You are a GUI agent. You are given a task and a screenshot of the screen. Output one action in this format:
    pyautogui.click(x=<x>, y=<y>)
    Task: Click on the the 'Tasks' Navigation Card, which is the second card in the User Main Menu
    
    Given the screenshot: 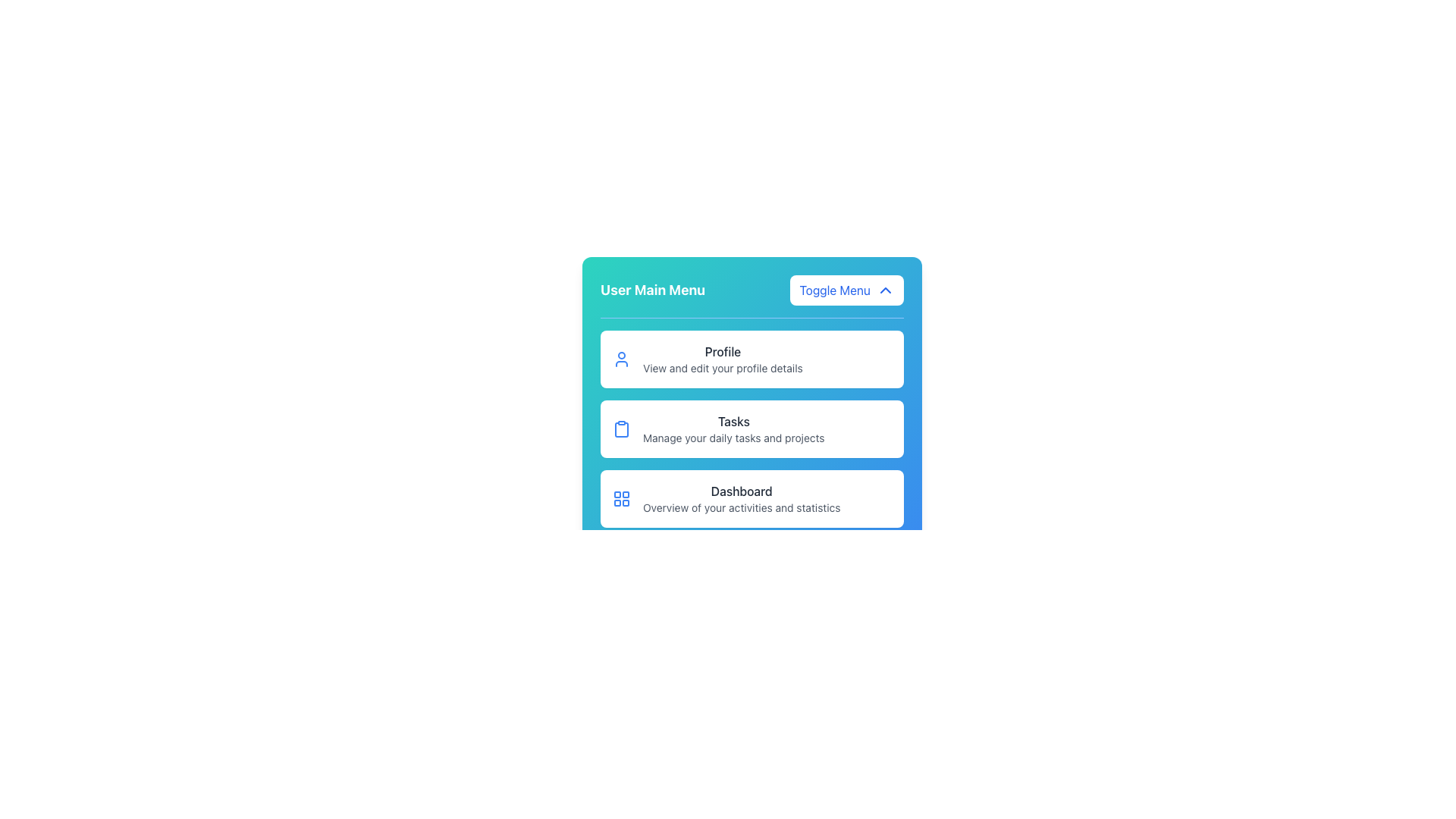 What is the action you would take?
    pyautogui.click(x=752, y=429)
    